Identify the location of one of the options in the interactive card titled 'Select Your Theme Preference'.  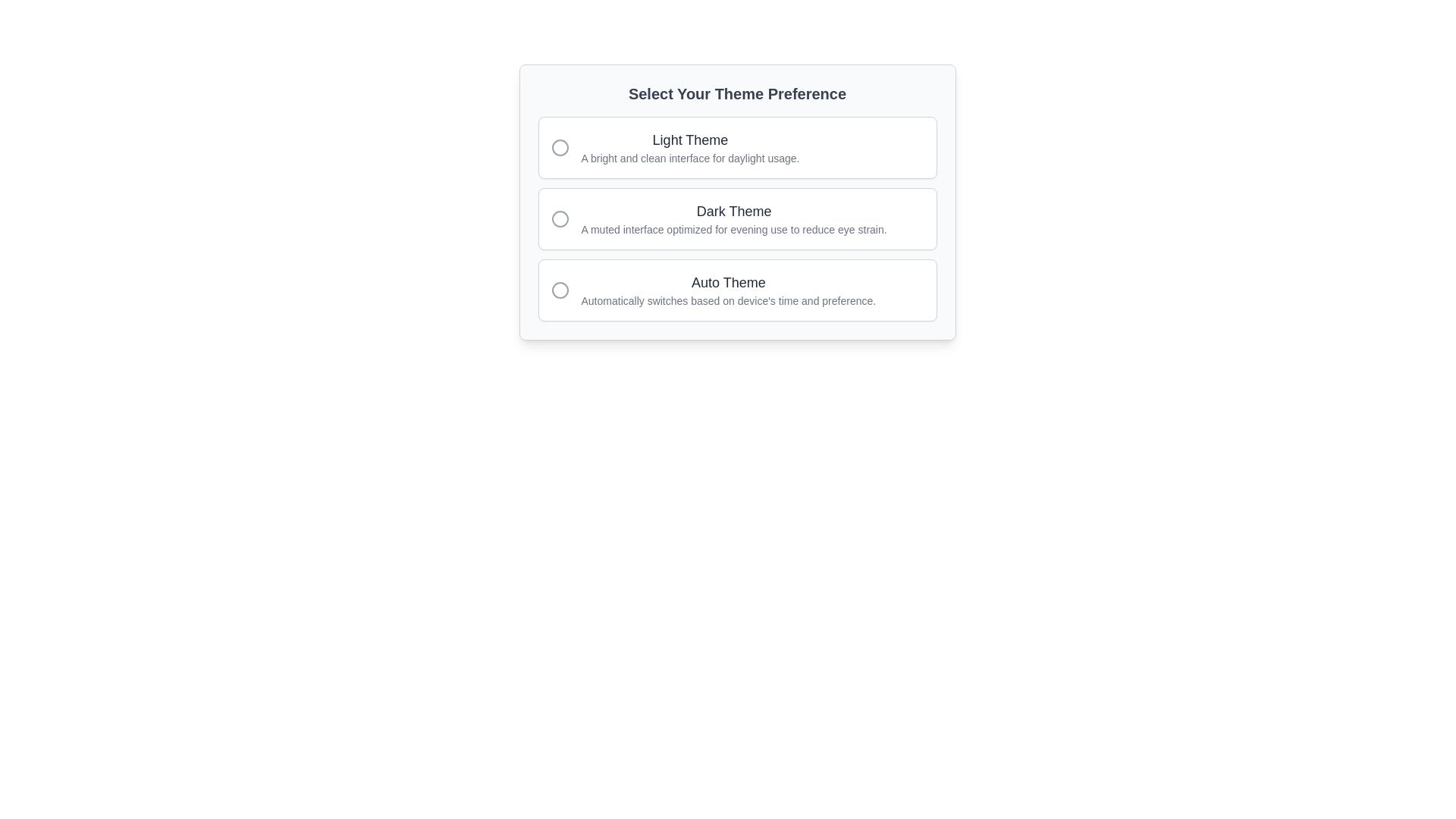
(737, 201).